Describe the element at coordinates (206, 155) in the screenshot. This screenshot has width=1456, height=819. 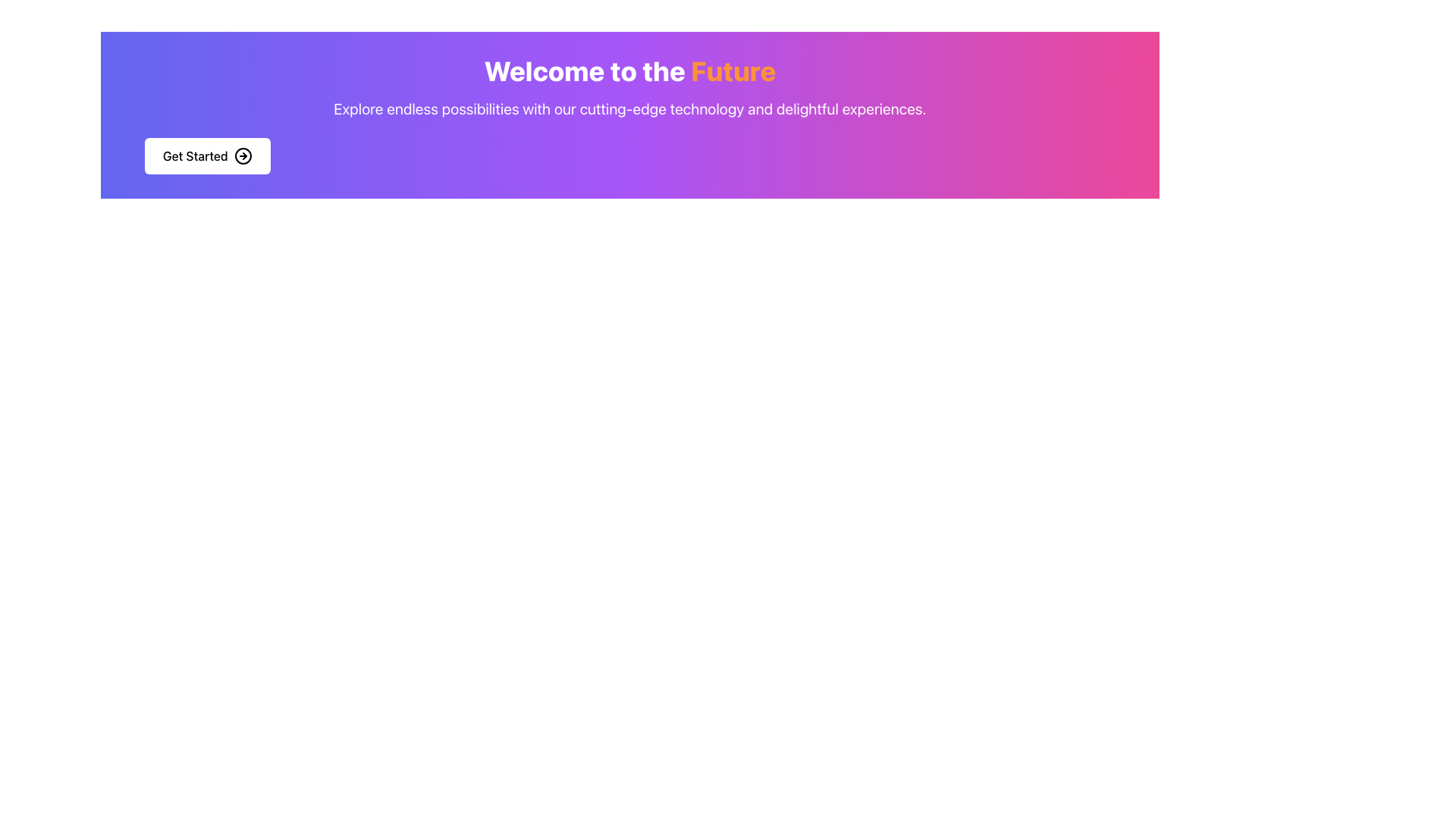
I see `the 'Get Started' button, which has a white background, black text, rounded corners, and an arrow icon, to trigger hover effects` at that location.